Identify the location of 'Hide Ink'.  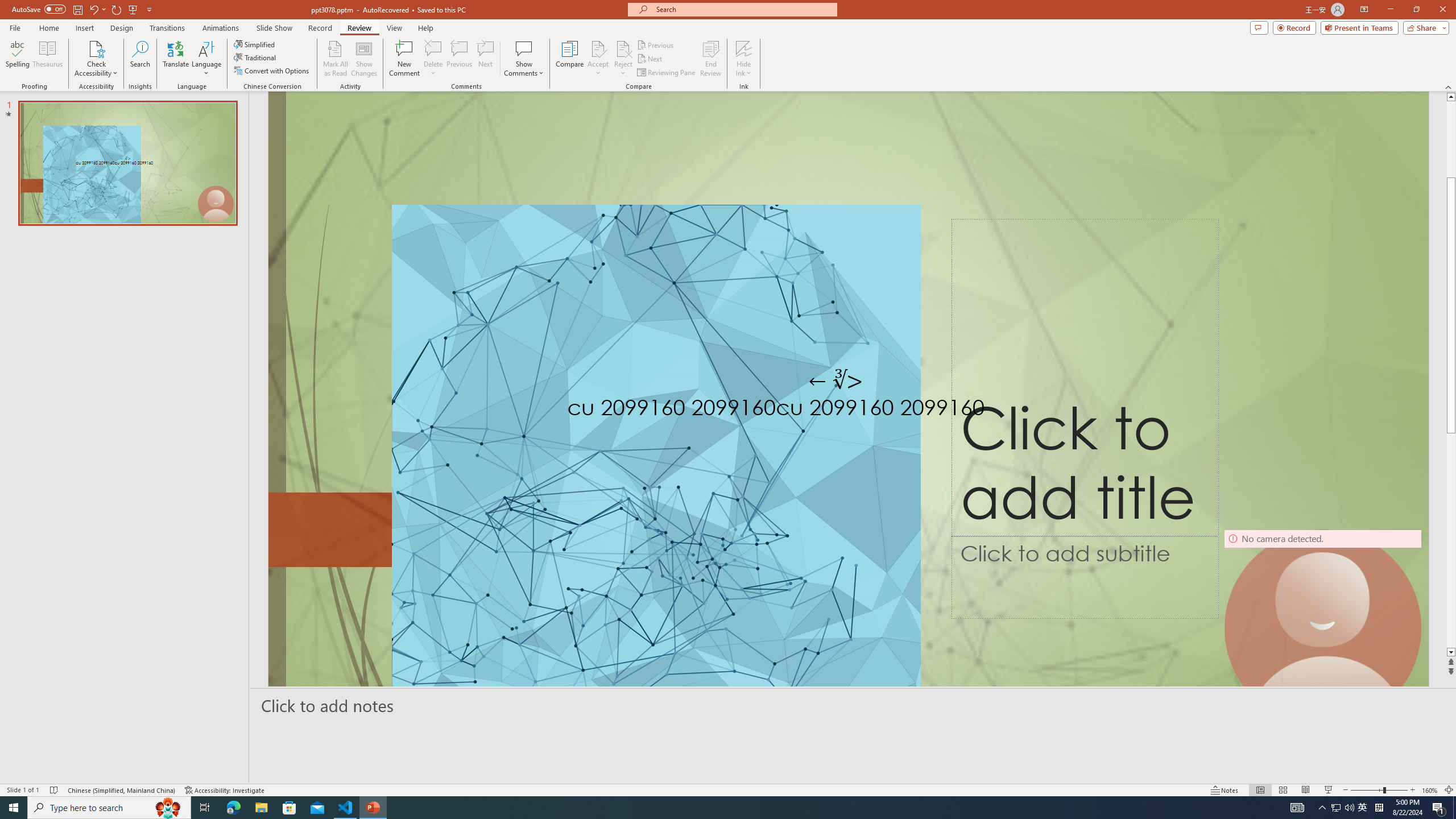
(744, 59).